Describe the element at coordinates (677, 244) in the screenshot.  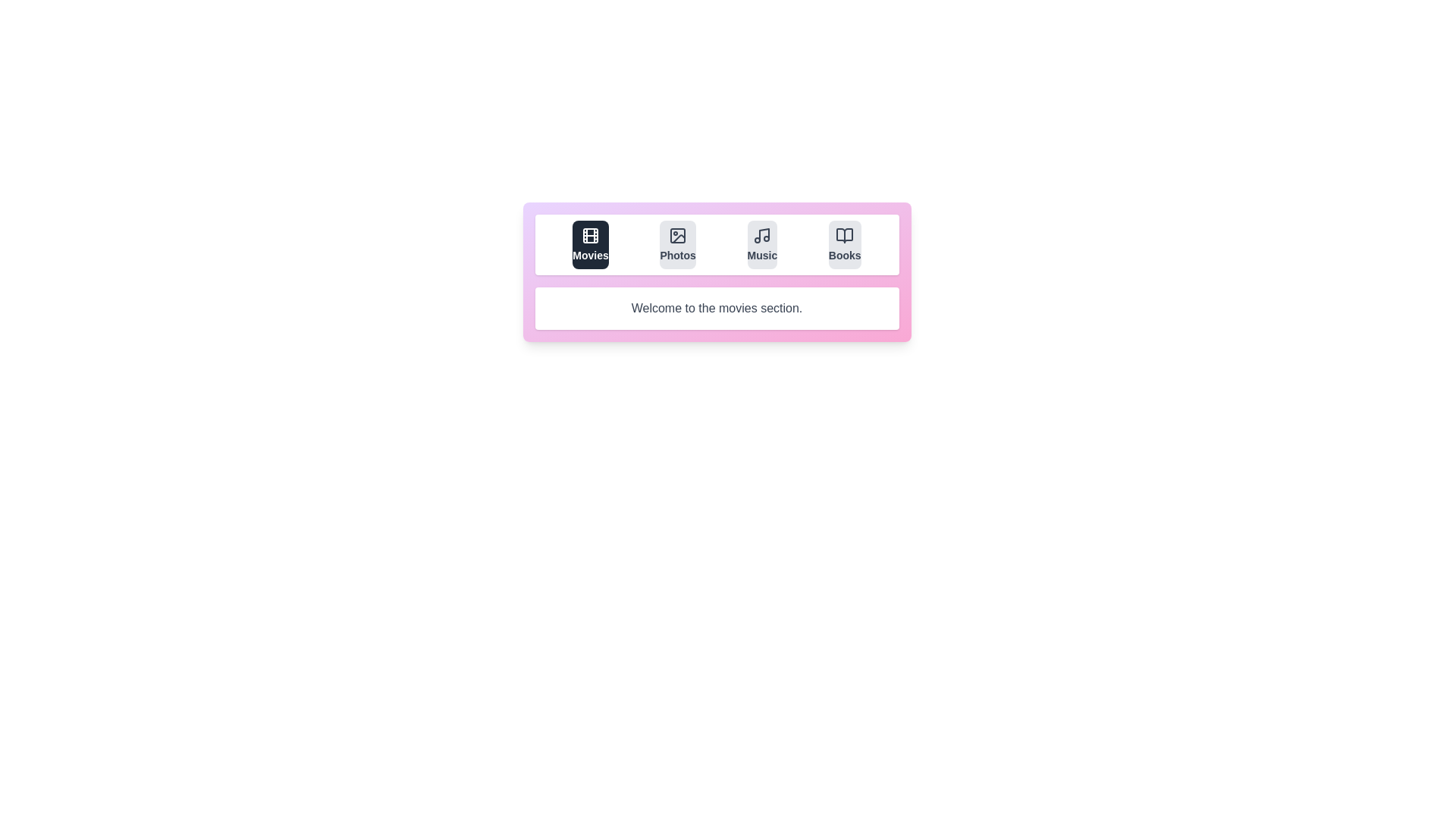
I see `the tab labeled Photos` at that location.